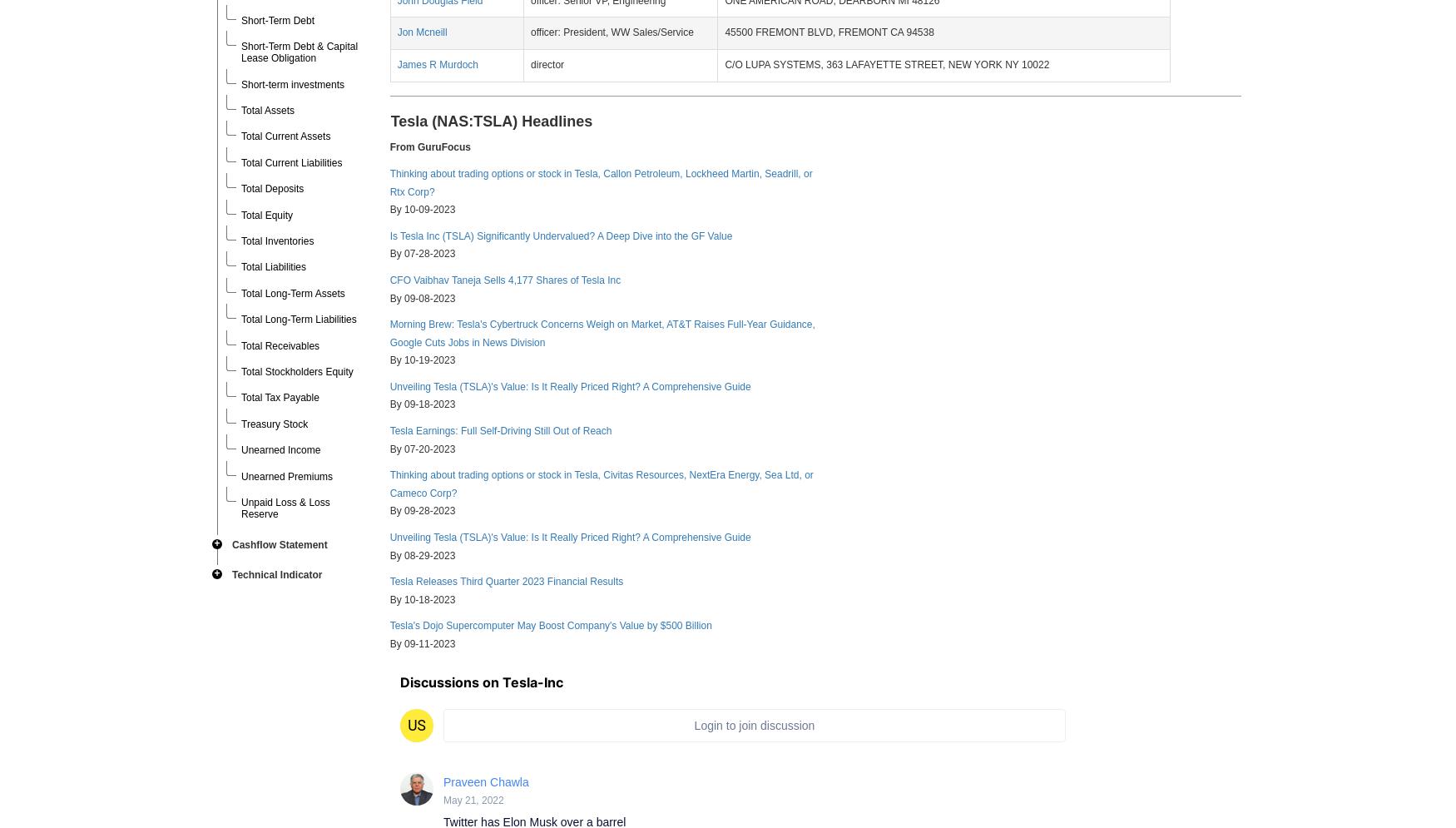  Describe the element at coordinates (240, 292) in the screenshot. I see `'Total Long-Term Assets'` at that location.